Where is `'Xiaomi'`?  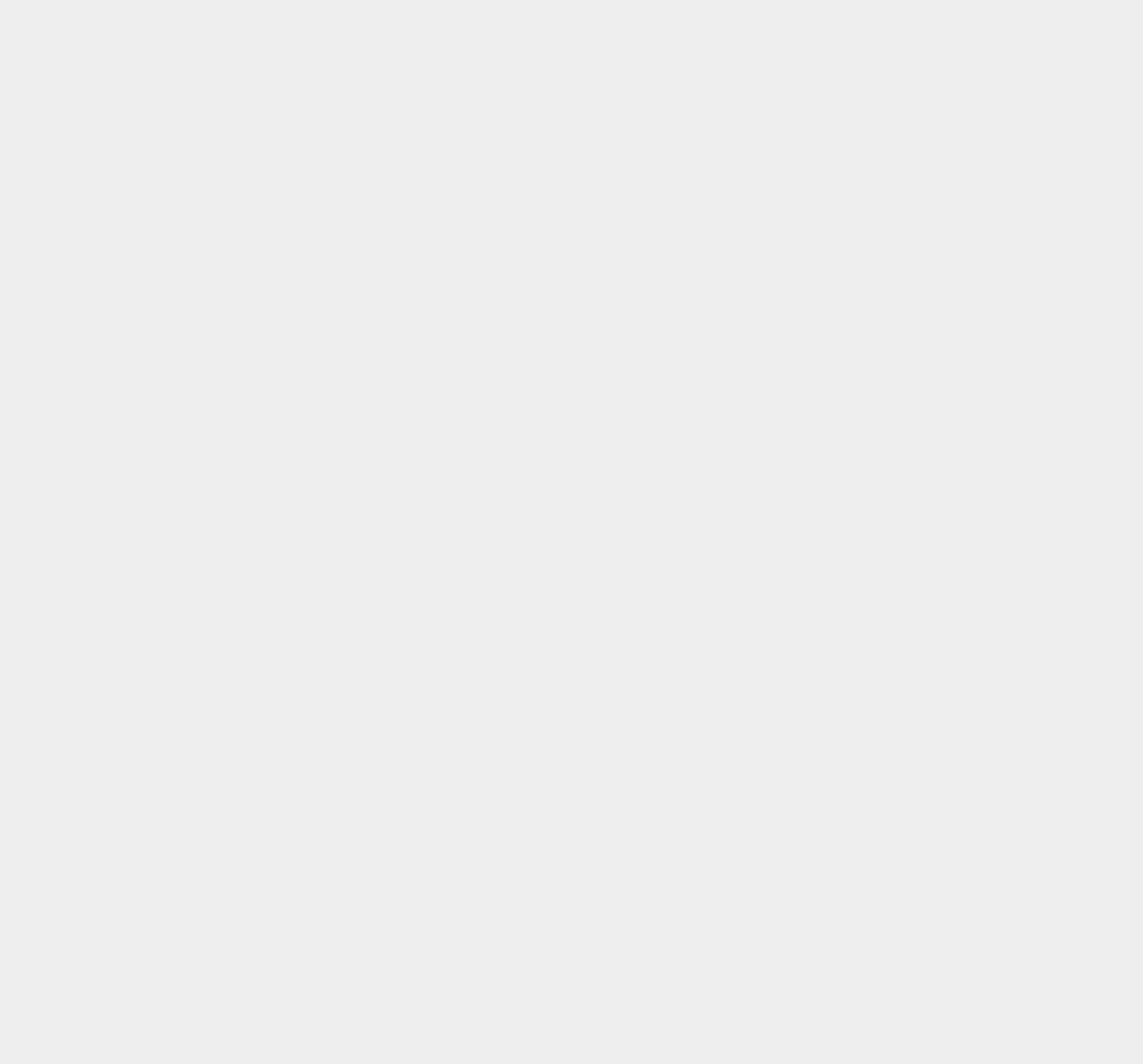 'Xiaomi' is located at coordinates (807, 254).